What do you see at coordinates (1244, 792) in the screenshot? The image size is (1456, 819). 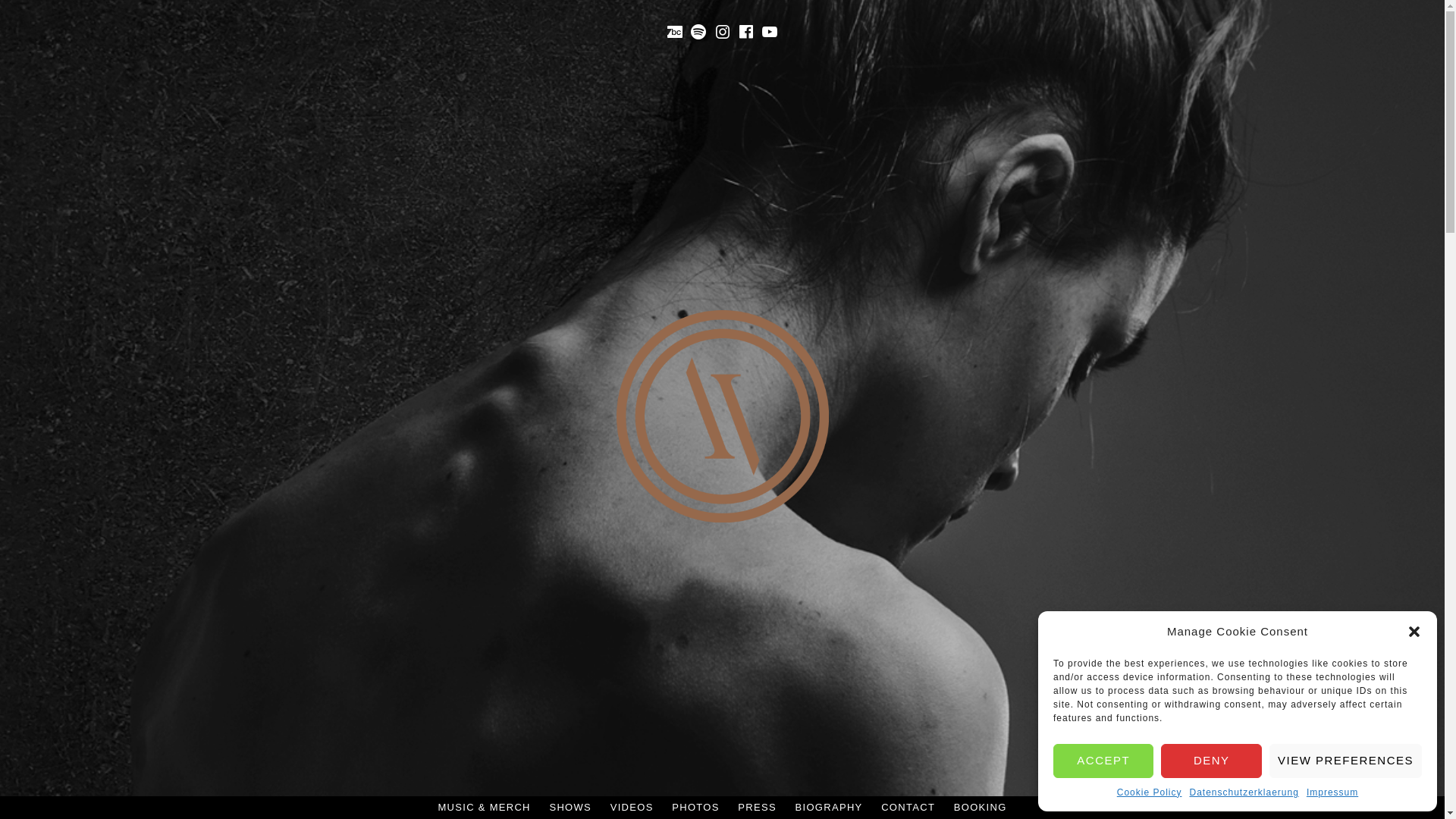 I see `'Datenschutzerklaerung'` at bounding box center [1244, 792].